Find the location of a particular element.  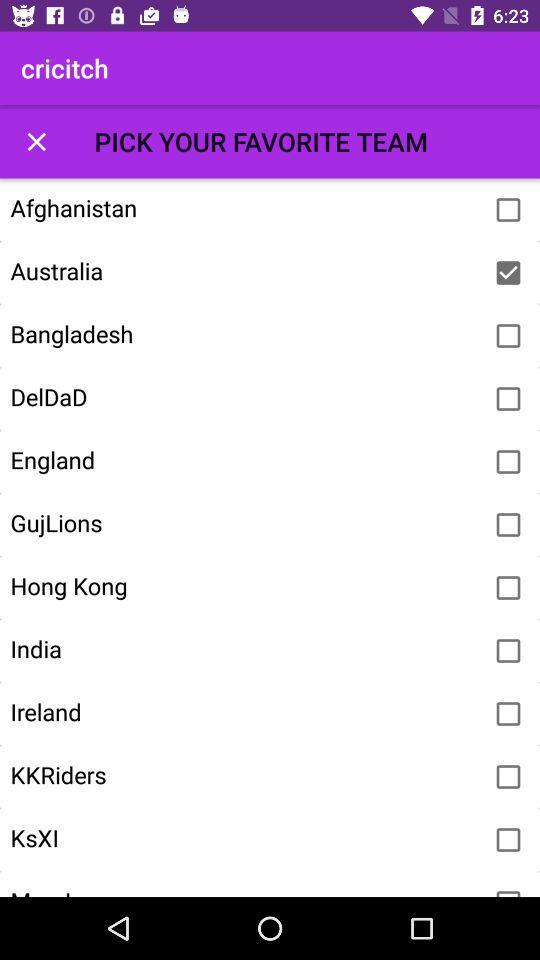

the list is located at coordinates (36, 140).